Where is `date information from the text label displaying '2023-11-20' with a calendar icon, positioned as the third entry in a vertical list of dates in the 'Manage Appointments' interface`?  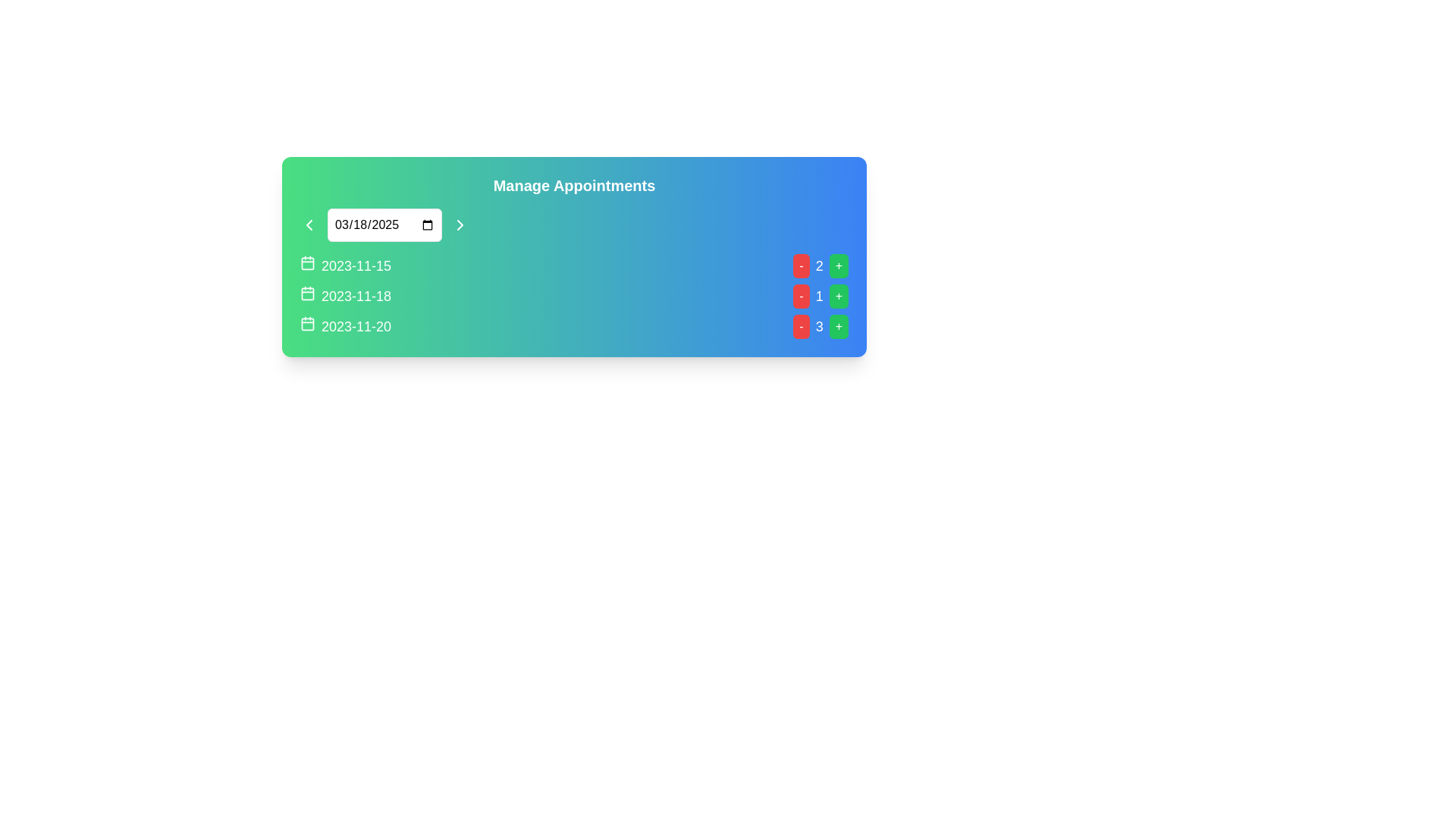
date information from the text label displaying '2023-11-20' with a calendar icon, positioned as the third entry in a vertical list of dates in the 'Manage Appointments' interface is located at coordinates (345, 326).